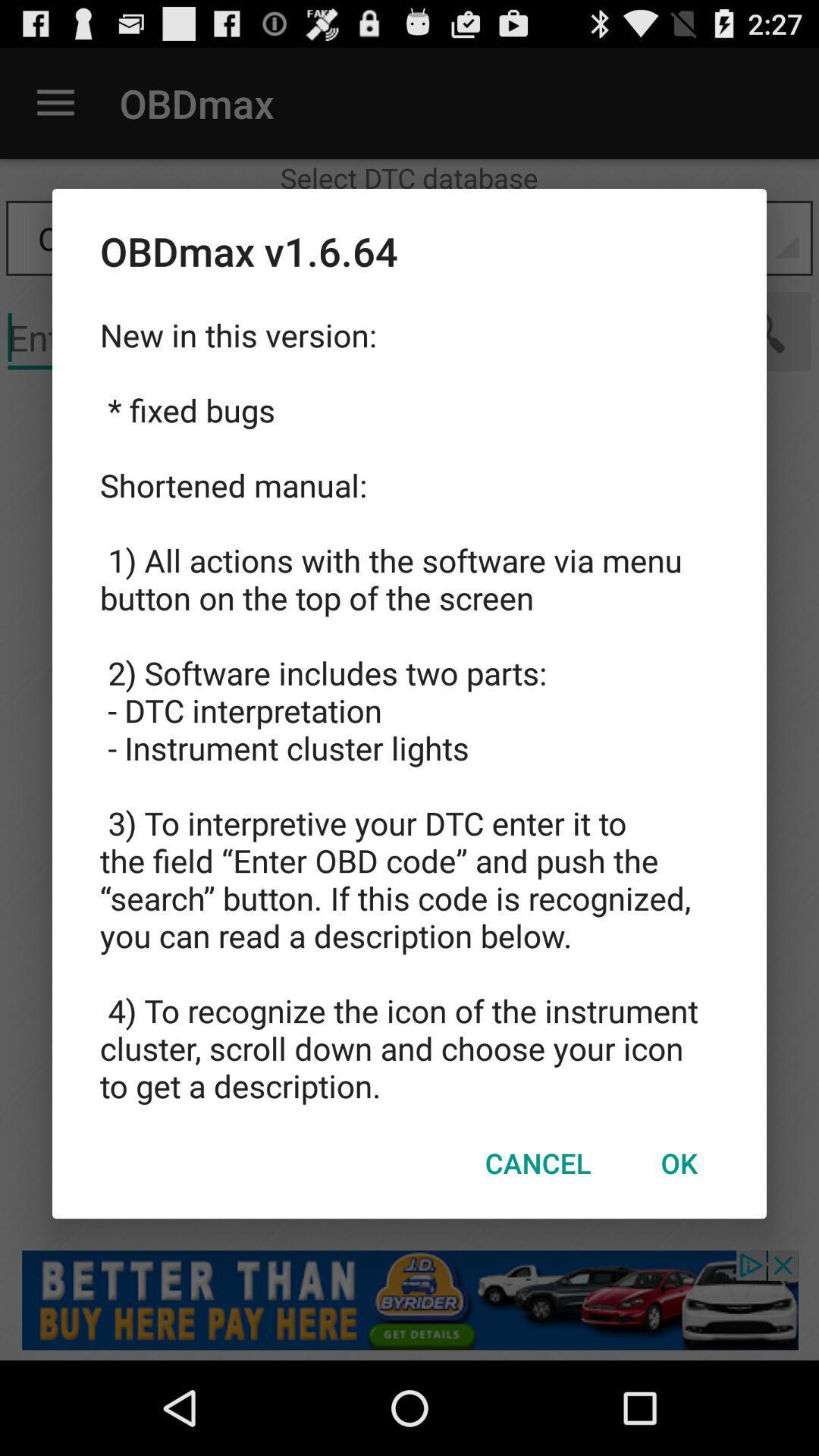  What do you see at coordinates (678, 1162) in the screenshot?
I see `the ok icon` at bounding box center [678, 1162].